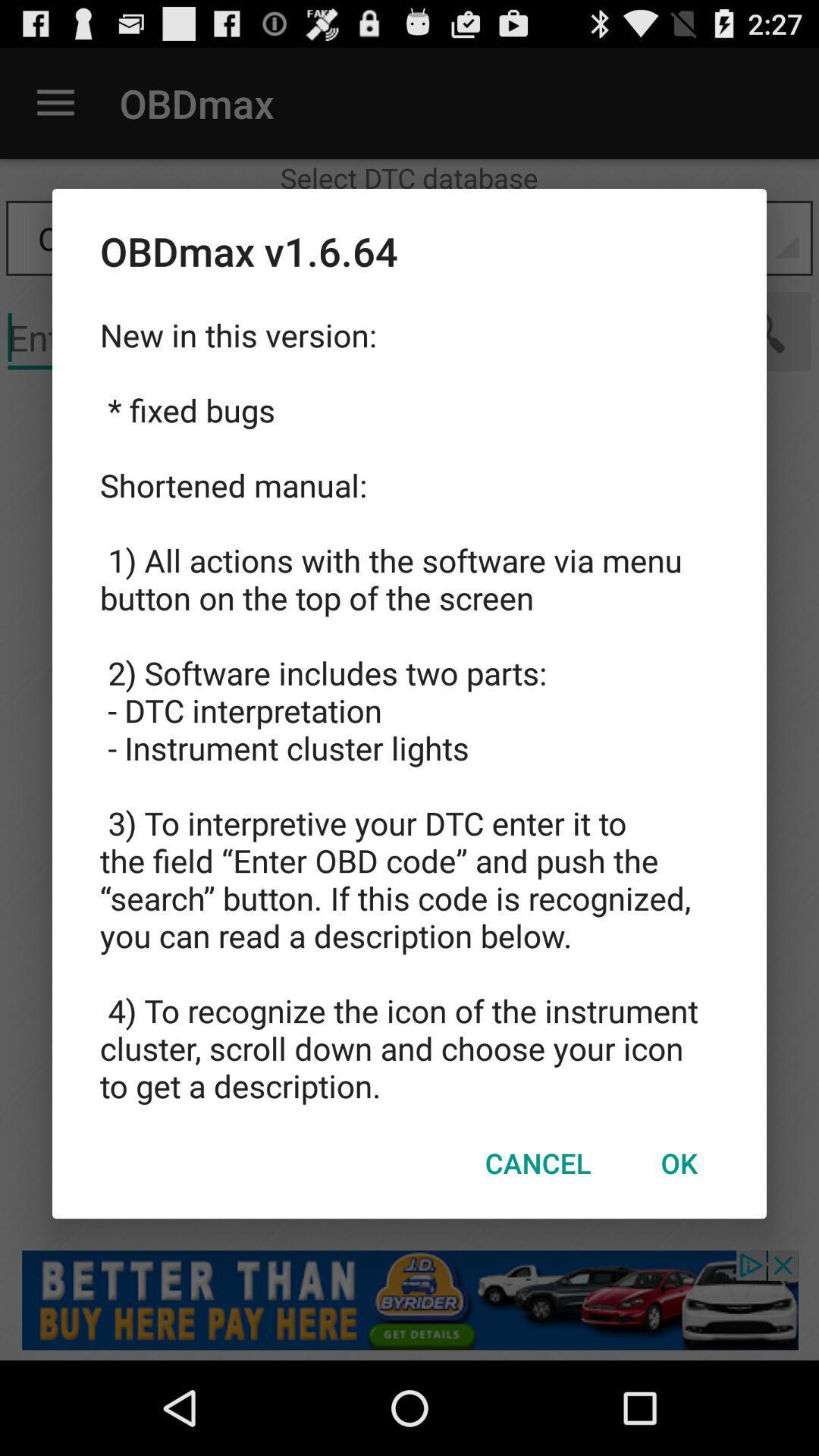  What do you see at coordinates (678, 1162) in the screenshot?
I see `the ok icon` at bounding box center [678, 1162].